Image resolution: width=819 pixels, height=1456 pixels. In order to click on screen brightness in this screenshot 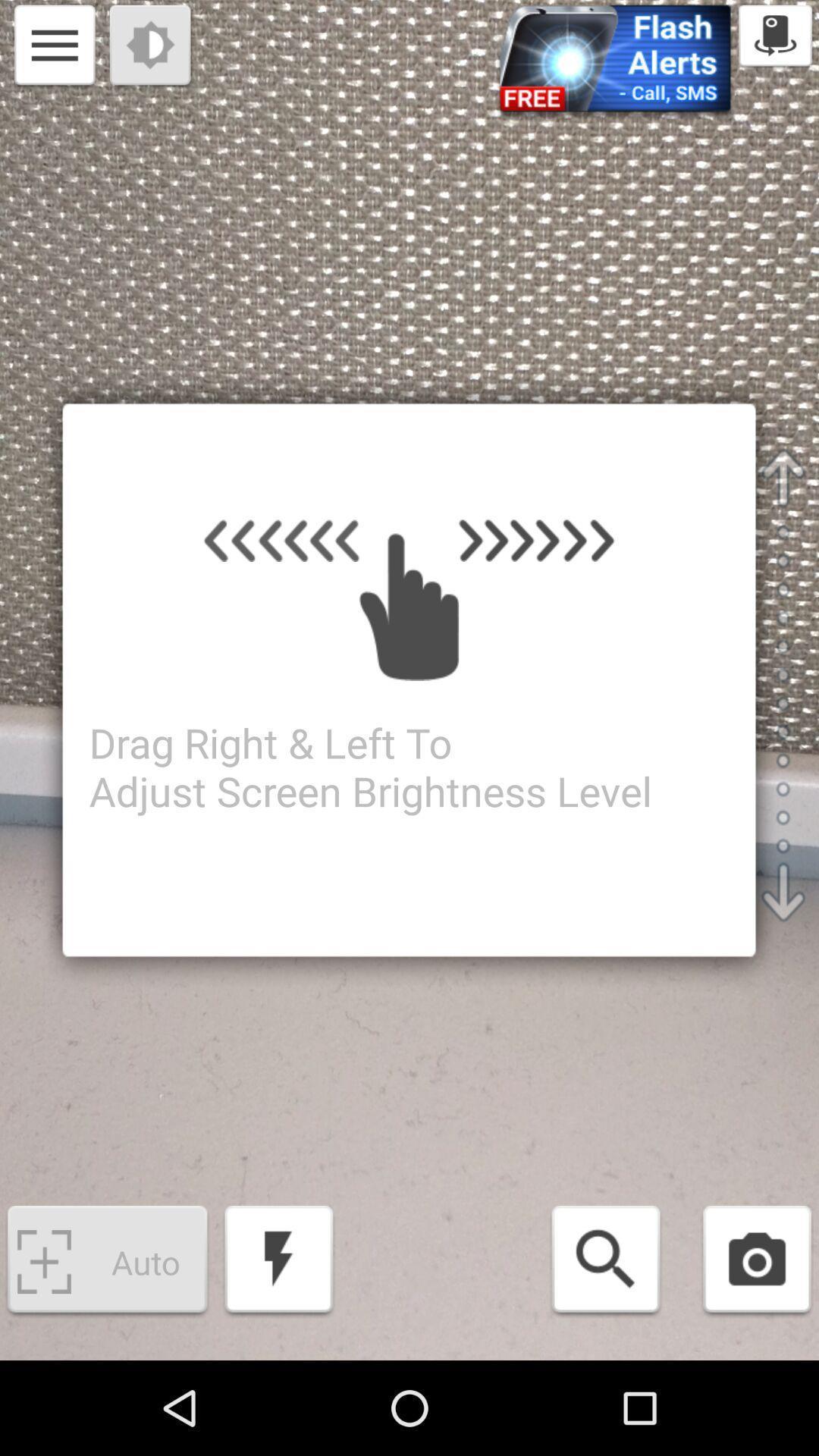, I will do `click(152, 47)`.